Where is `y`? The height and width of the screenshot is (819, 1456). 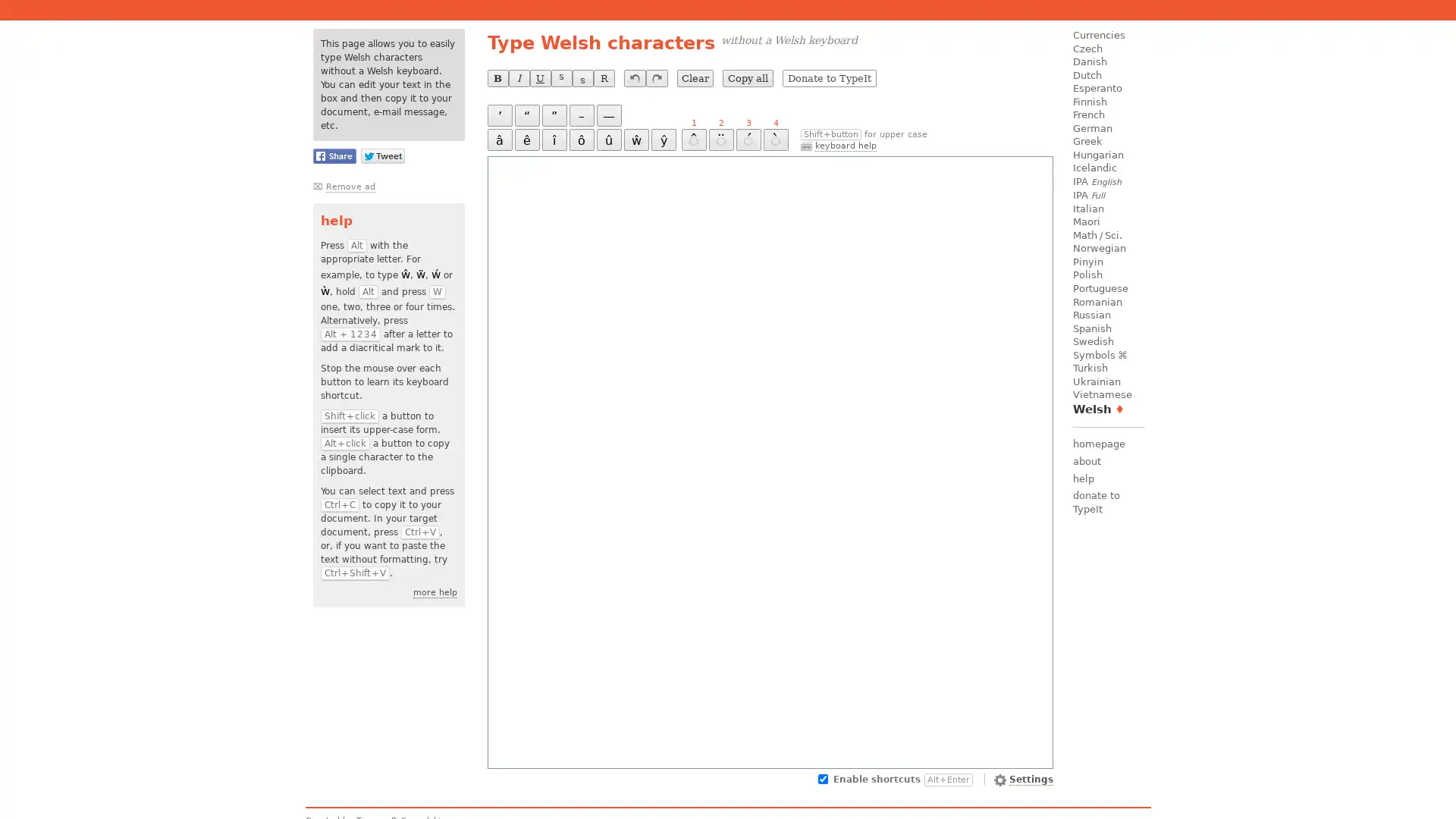
y is located at coordinates (663, 140).